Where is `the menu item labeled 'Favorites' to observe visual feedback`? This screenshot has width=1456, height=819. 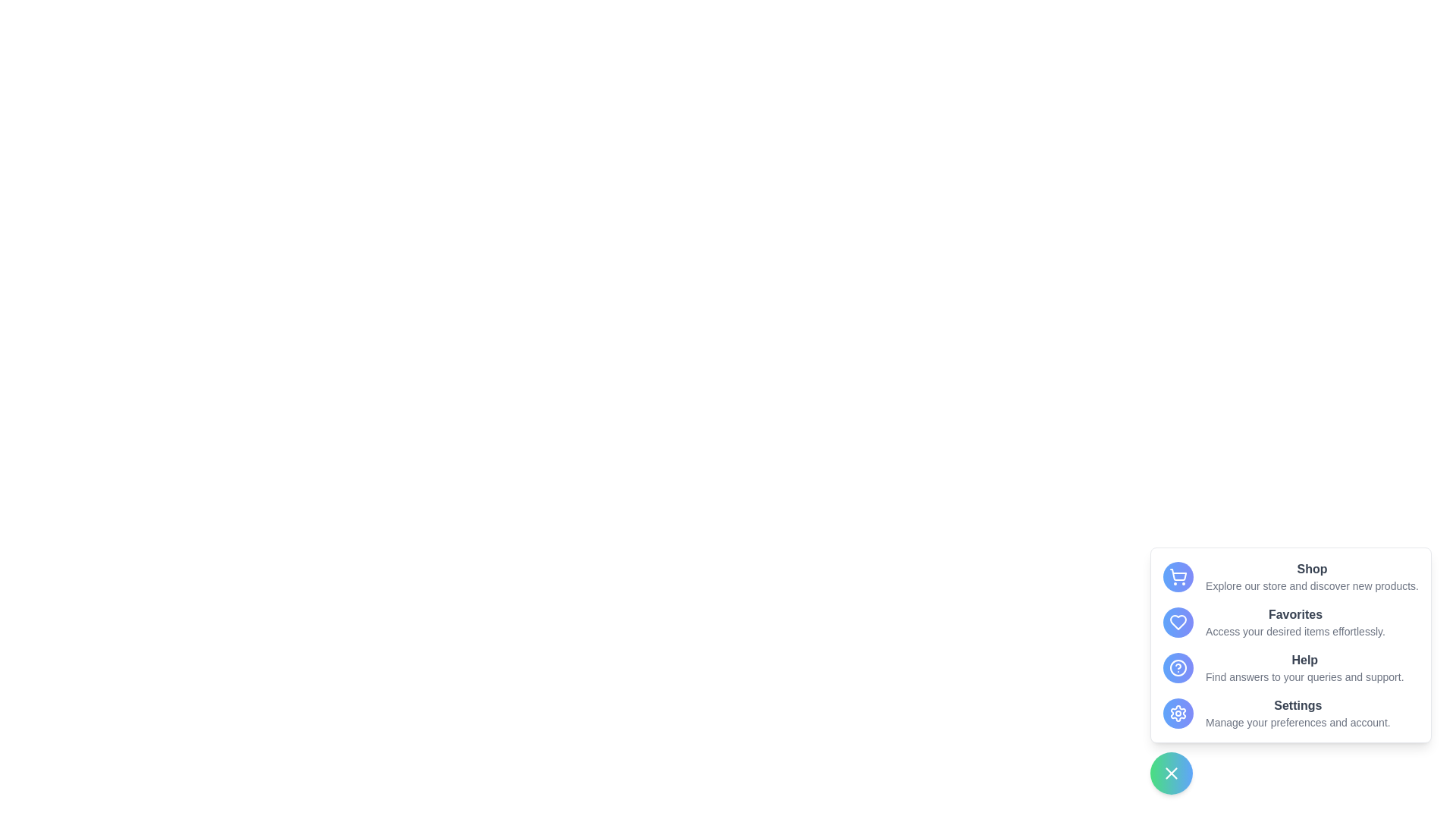
the menu item labeled 'Favorites' to observe visual feedback is located at coordinates (1290, 623).